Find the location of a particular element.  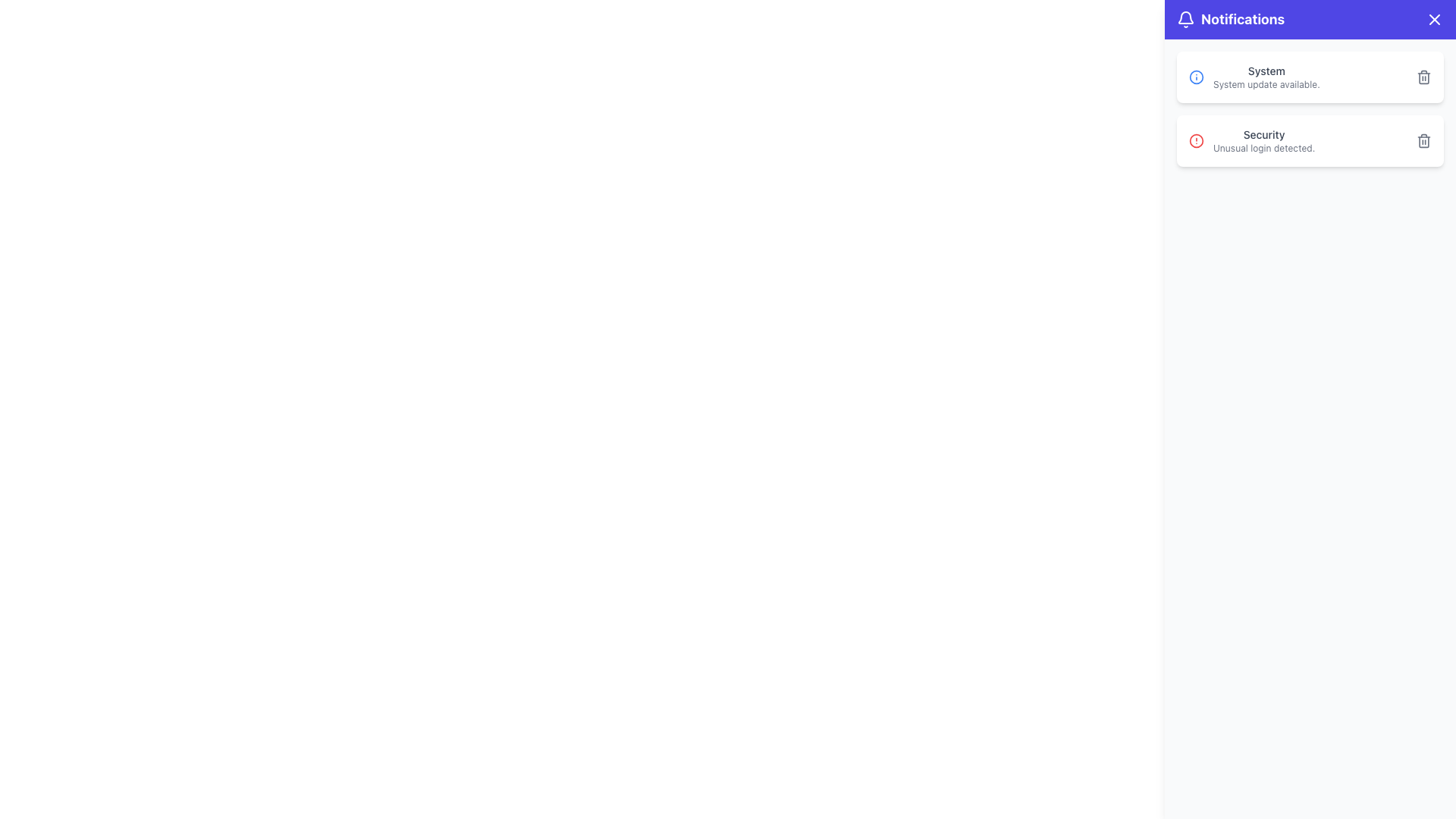

the notification card that displays information about a system update, which is the first notification in a vertical list of notifications is located at coordinates (1310, 77).